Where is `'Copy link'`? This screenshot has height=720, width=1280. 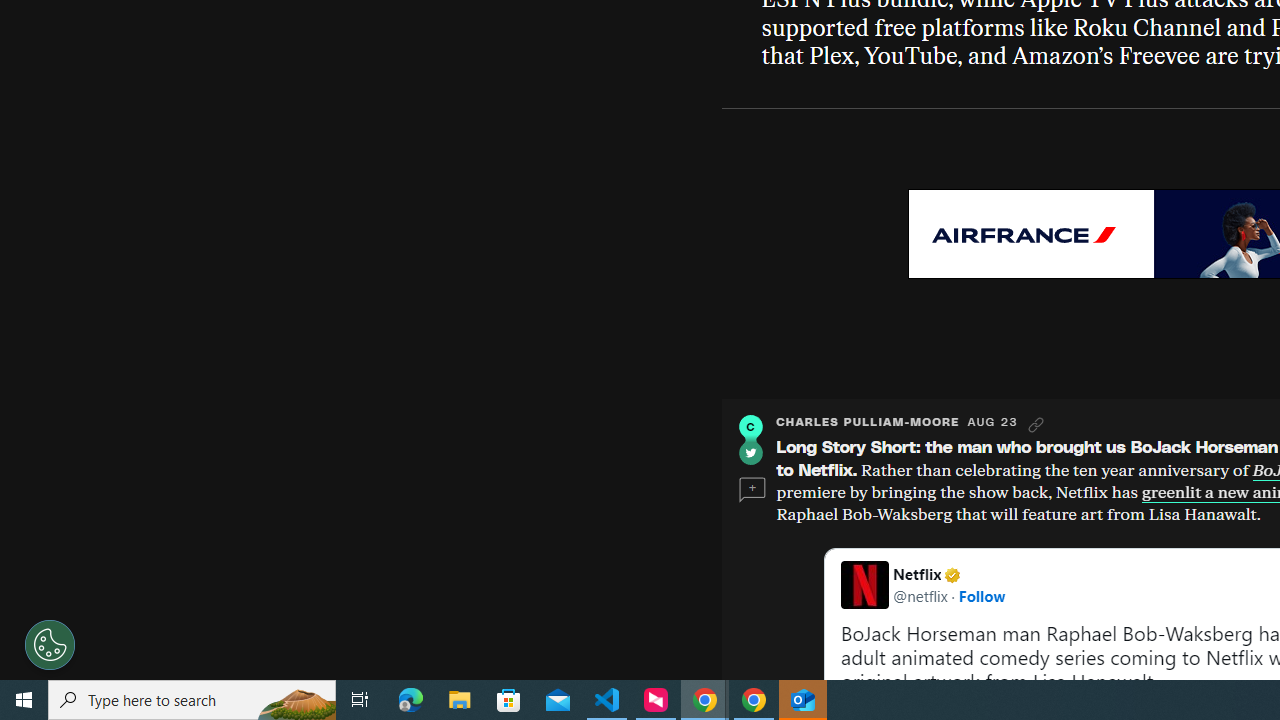 'Copy link' is located at coordinates (1036, 424).